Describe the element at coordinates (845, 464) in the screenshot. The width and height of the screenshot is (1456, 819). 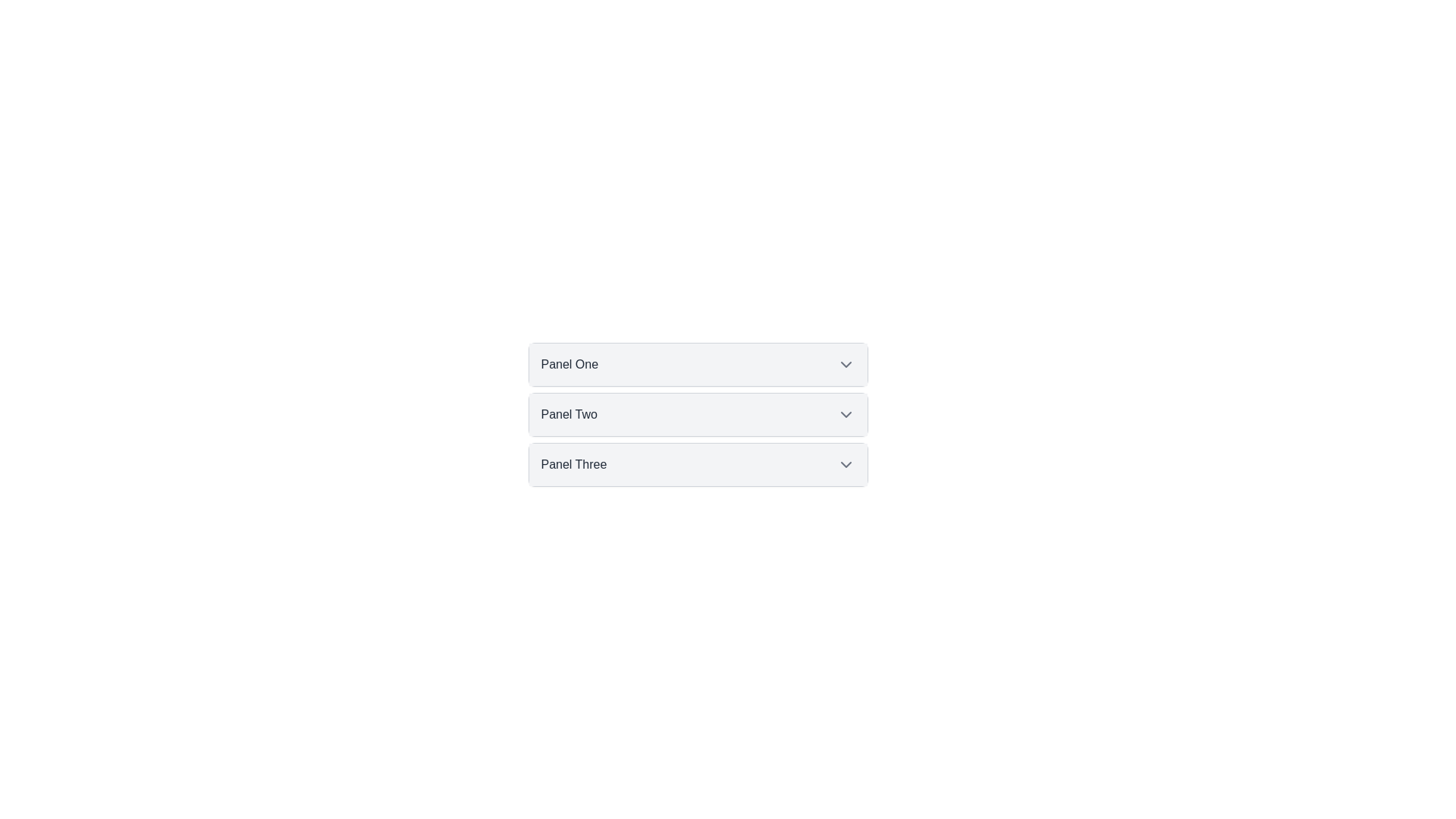
I see `the downward-pointing gray arrow icon on the rightmost side of 'Panel Three'` at that location.